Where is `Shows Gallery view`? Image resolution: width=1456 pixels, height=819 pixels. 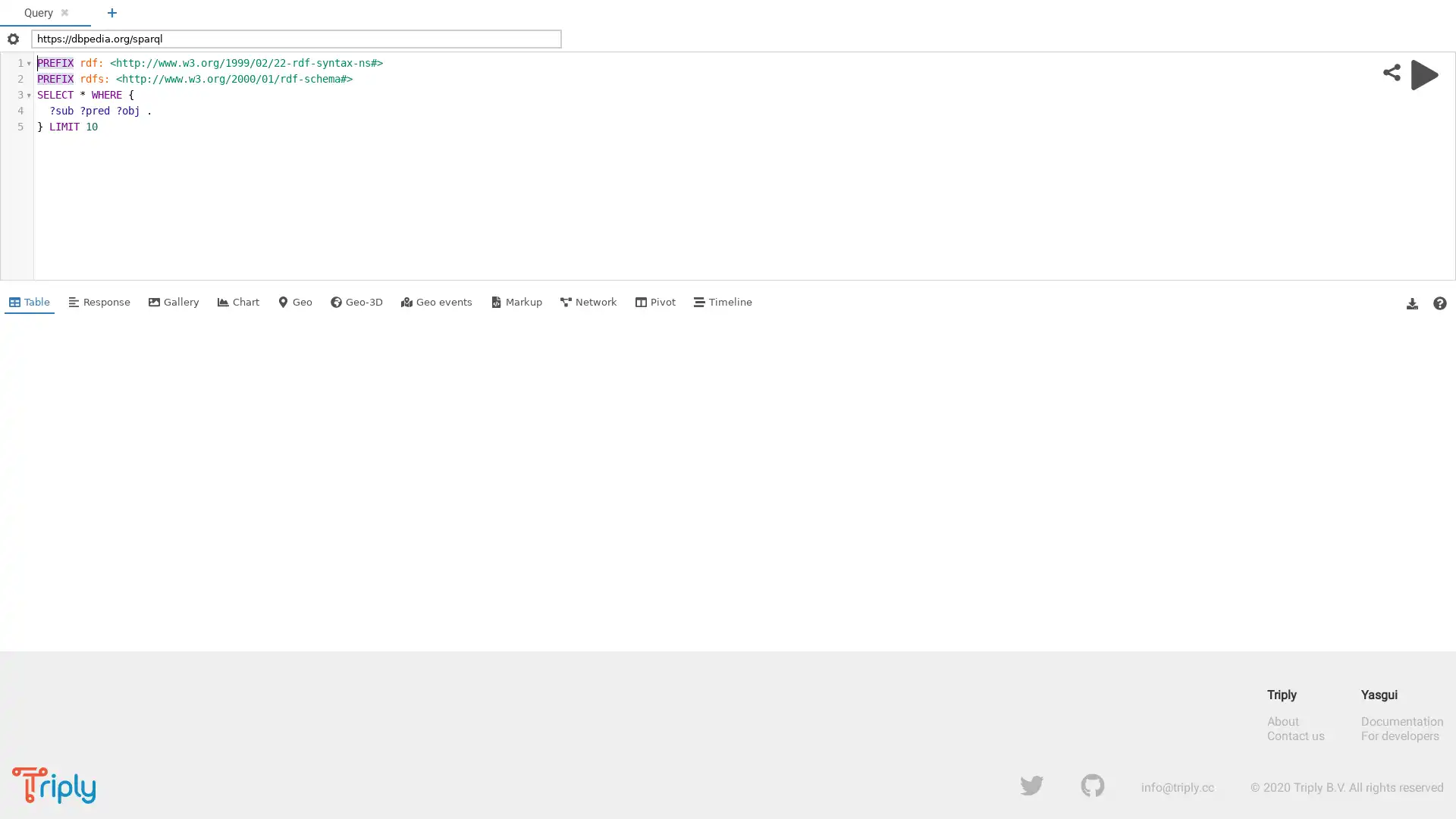
Shows Gallery view is located at coordinates (174, 303).